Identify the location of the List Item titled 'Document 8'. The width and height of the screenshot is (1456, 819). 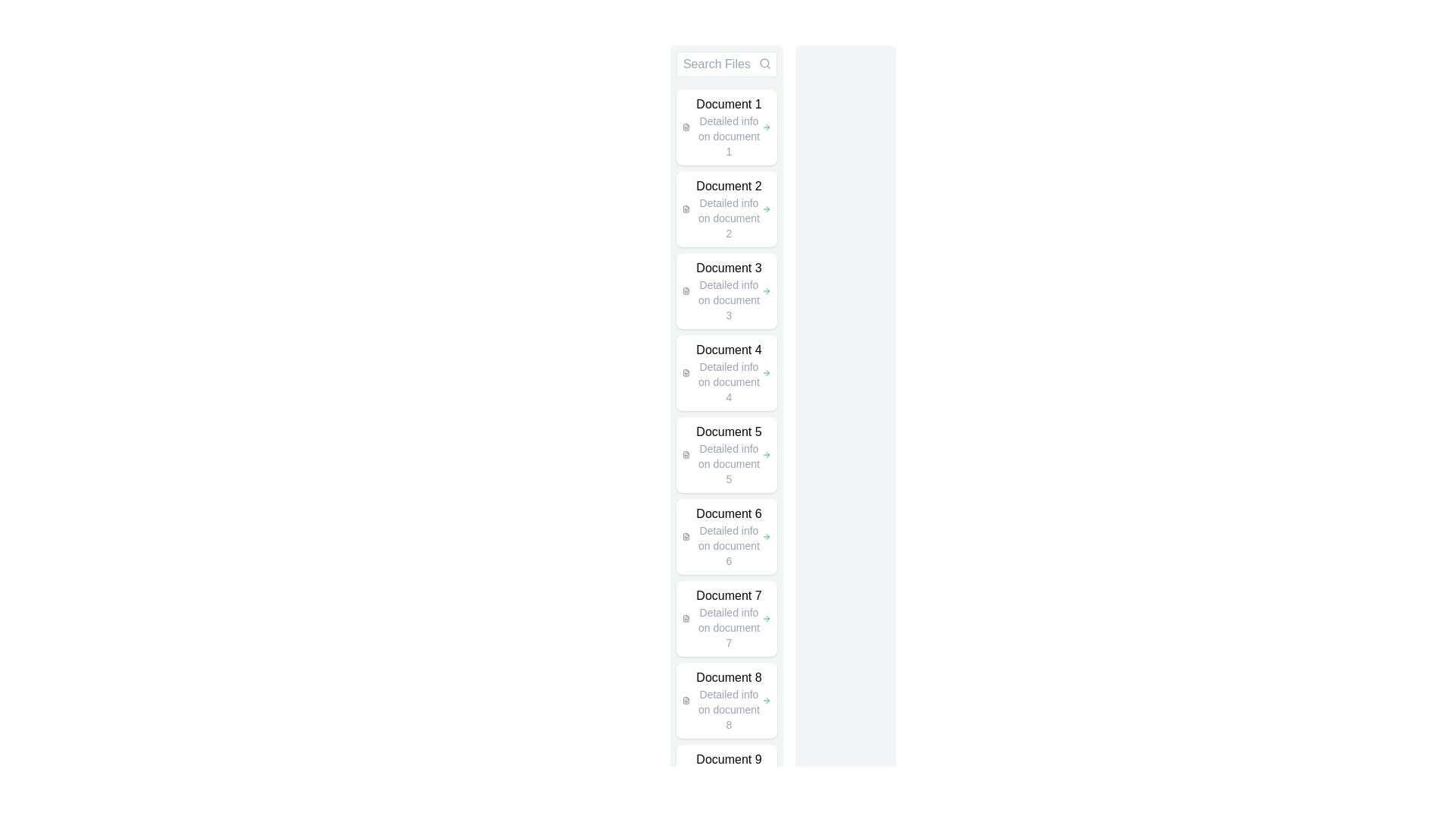
(726, 701).